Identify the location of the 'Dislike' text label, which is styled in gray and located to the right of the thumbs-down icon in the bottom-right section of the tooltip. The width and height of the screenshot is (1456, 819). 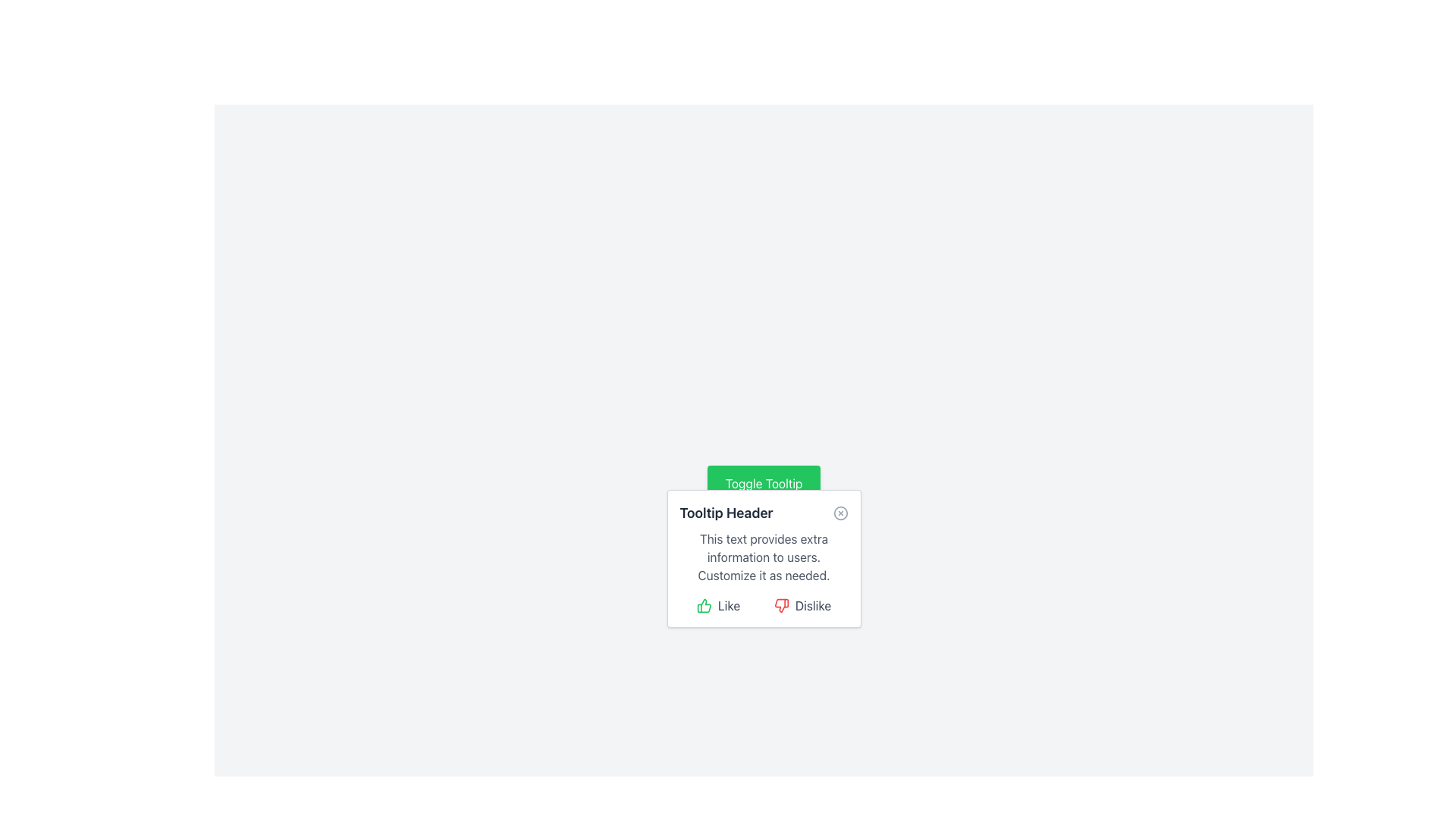
(812, 604).